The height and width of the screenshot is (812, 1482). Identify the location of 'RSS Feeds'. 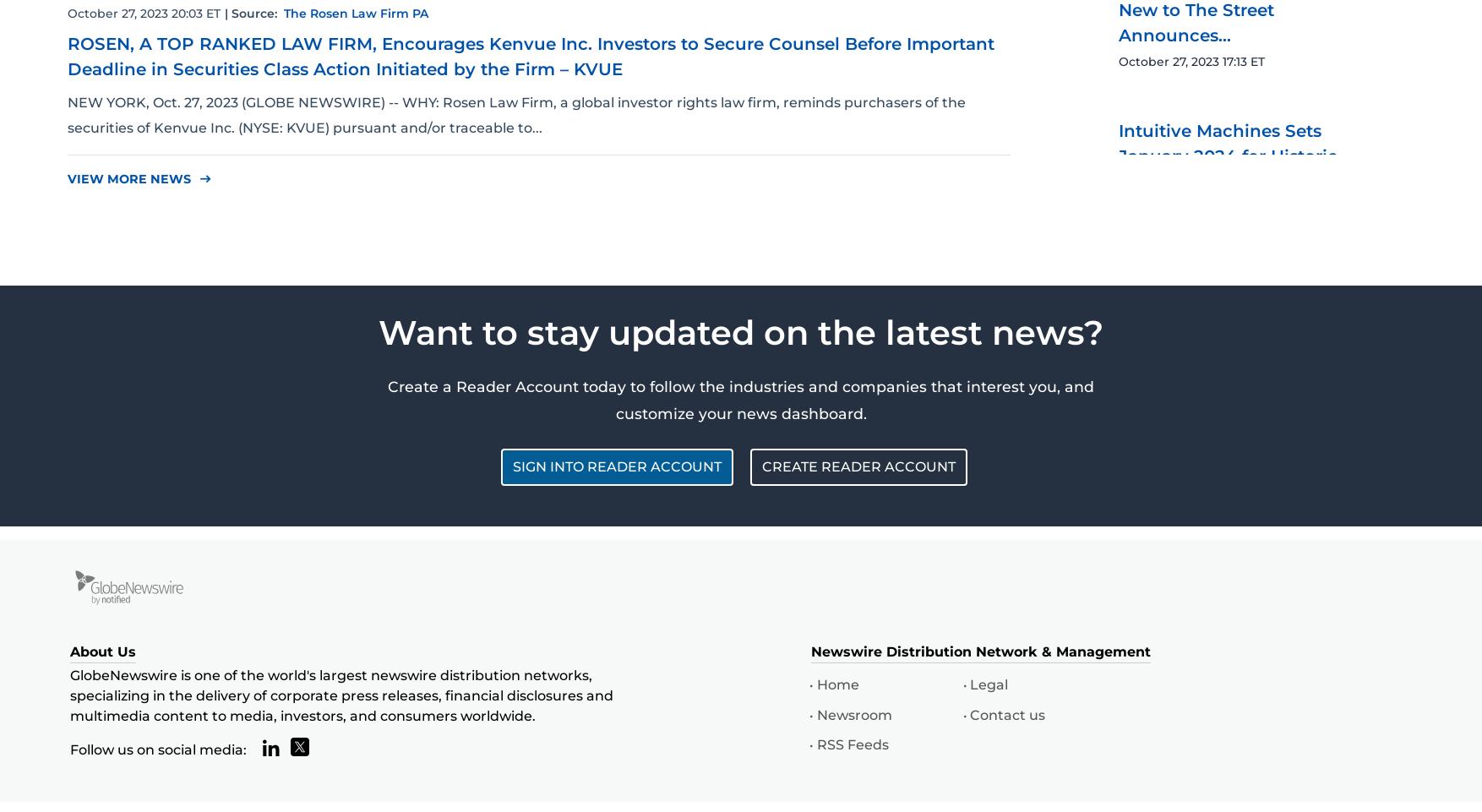
(815, 743).